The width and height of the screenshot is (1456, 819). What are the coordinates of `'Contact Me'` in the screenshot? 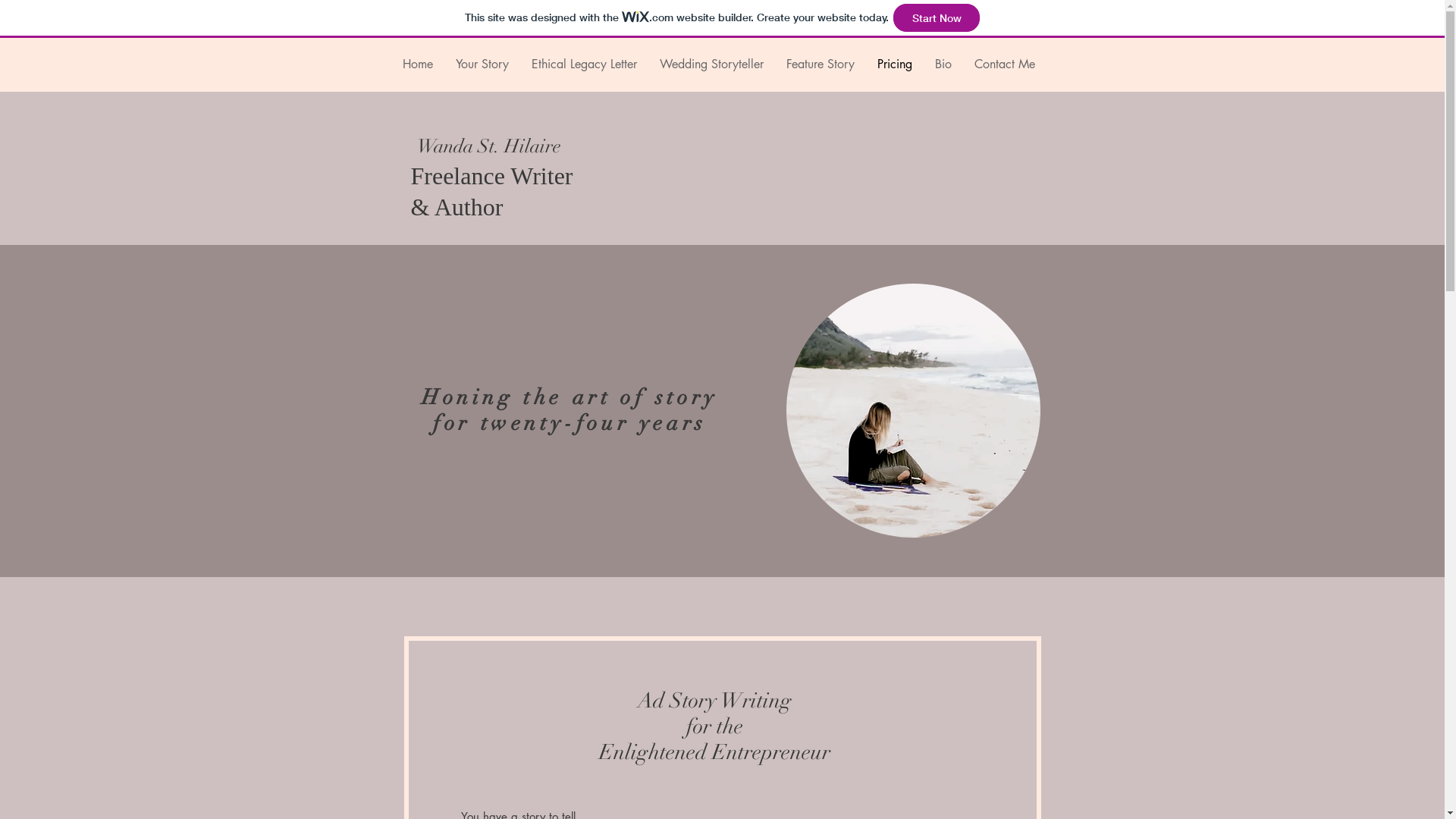 It's located at (962, 63).